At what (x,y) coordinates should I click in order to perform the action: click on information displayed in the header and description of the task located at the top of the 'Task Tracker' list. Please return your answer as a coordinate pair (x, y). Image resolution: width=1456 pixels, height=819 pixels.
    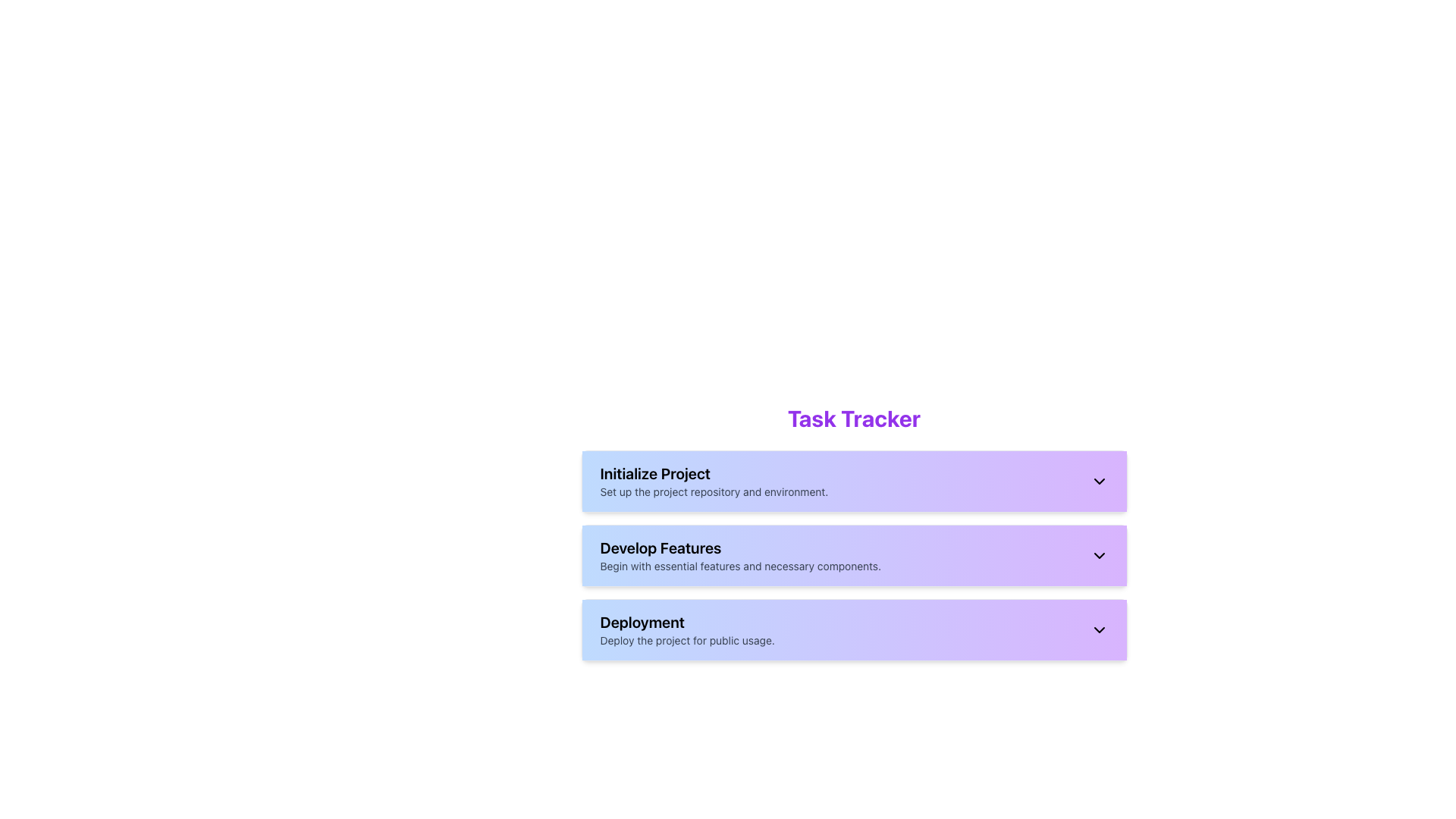
    Looking at the image, I should click on (713, 482).